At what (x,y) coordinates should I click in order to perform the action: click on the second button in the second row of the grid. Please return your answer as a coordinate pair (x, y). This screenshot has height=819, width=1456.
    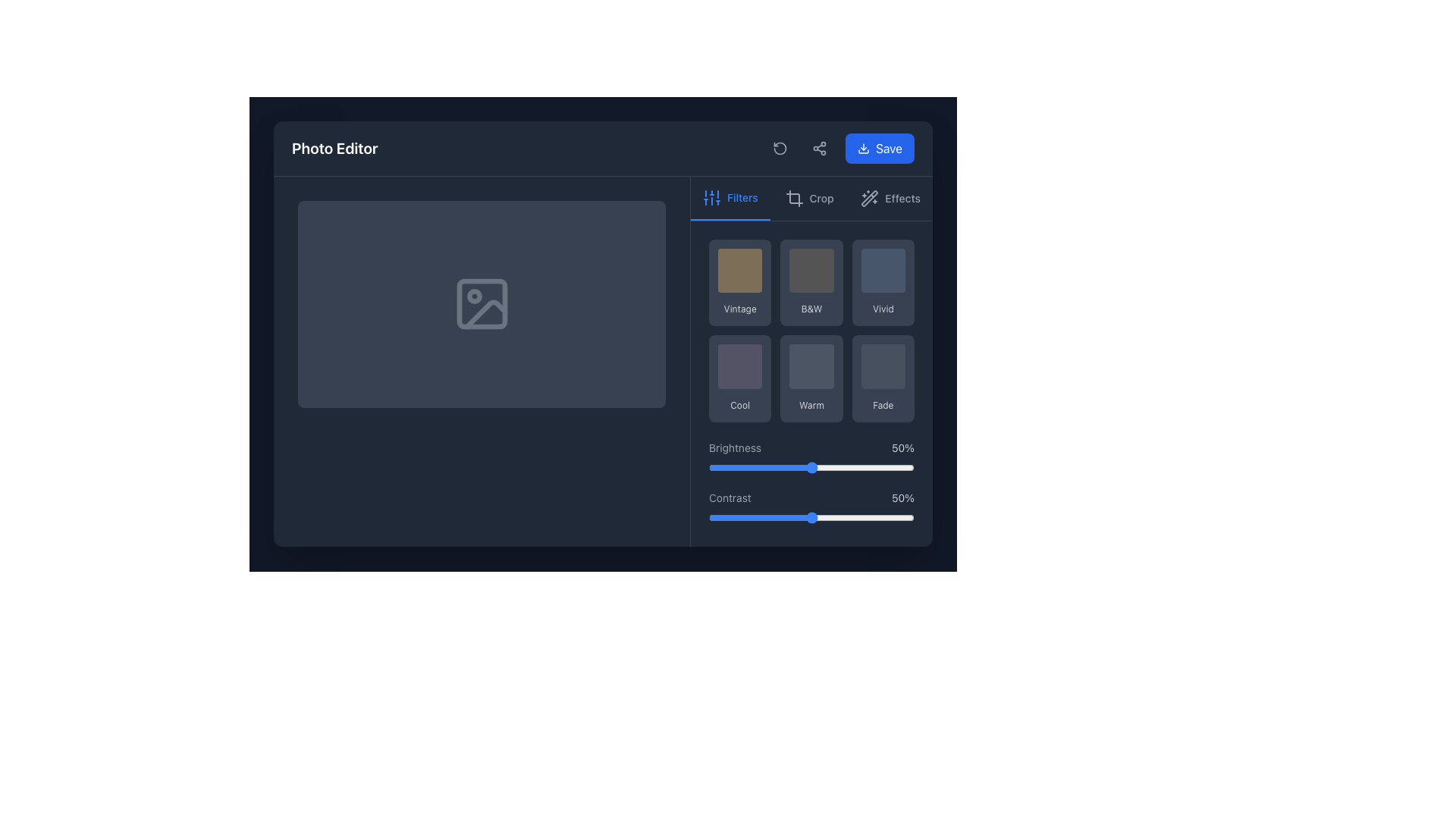
    Looking at the image, I should click on (811, 378).